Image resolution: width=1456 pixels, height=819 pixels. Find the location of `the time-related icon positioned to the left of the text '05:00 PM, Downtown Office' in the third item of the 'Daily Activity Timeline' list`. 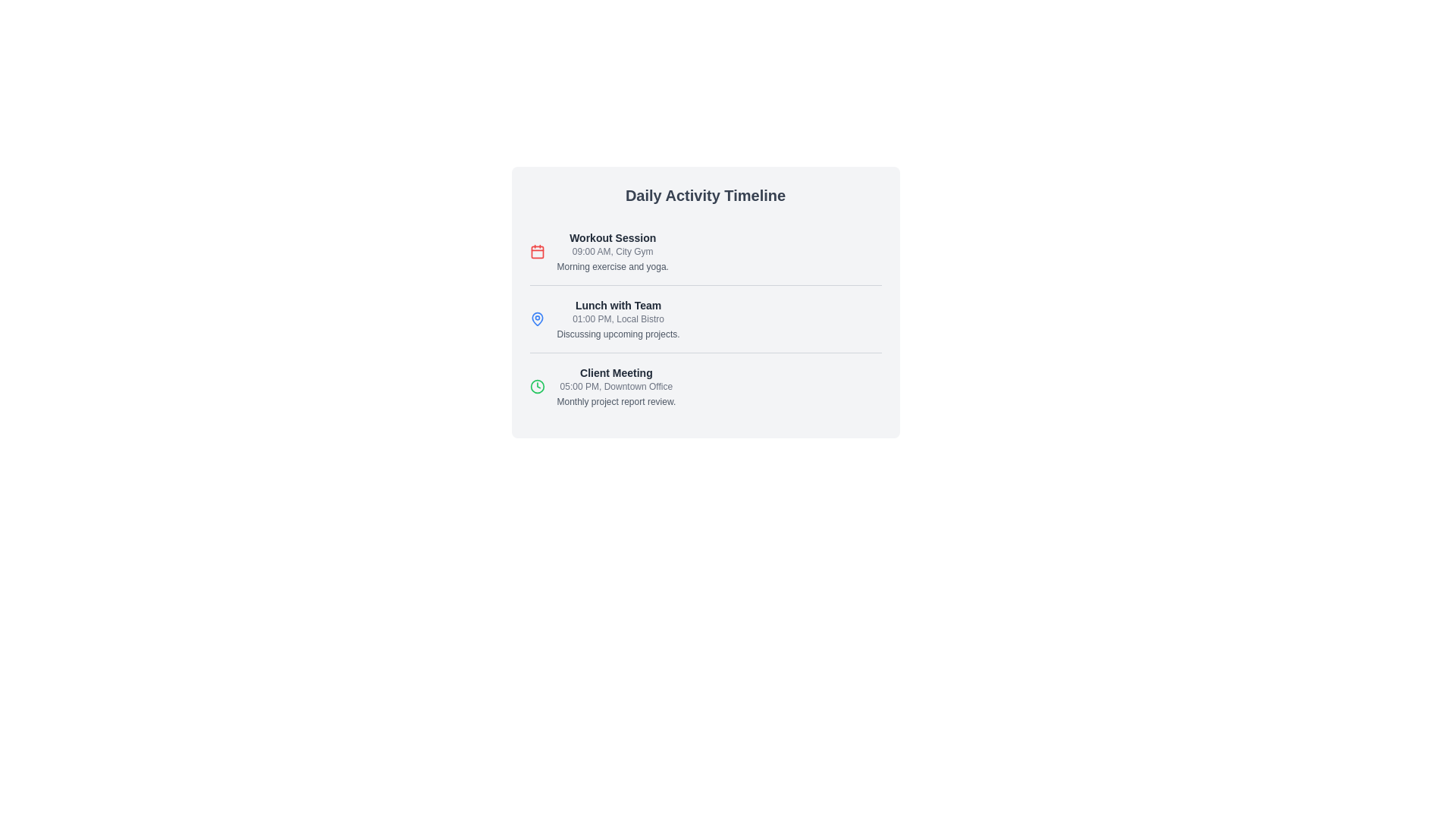

the time-related icon positioned to the left of the text '05:00 PM, Downtown Office' in the third item of the 'Daily Activity Timeline' list is located at coordinates (537, 385).